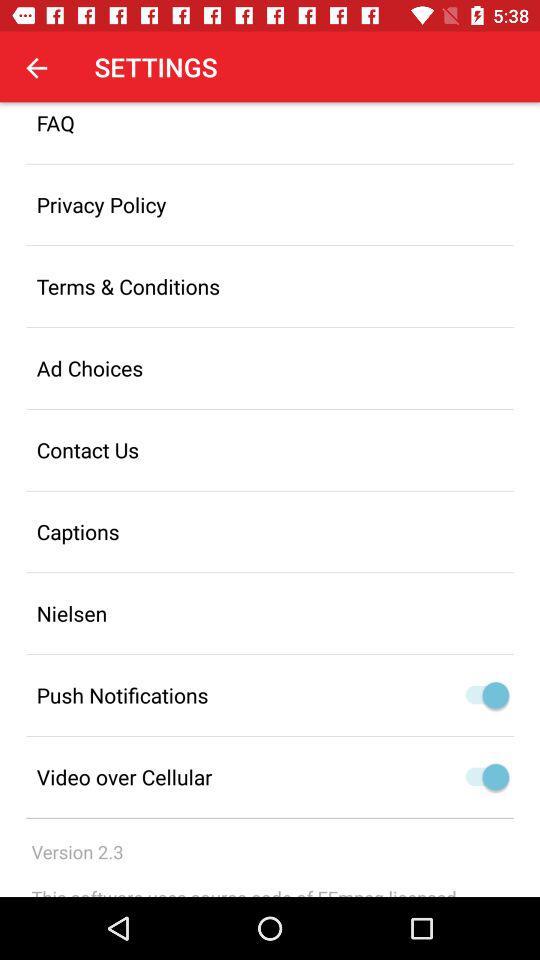 The image size is (540, 960). I want to click on push notifications, so click(494, 695).